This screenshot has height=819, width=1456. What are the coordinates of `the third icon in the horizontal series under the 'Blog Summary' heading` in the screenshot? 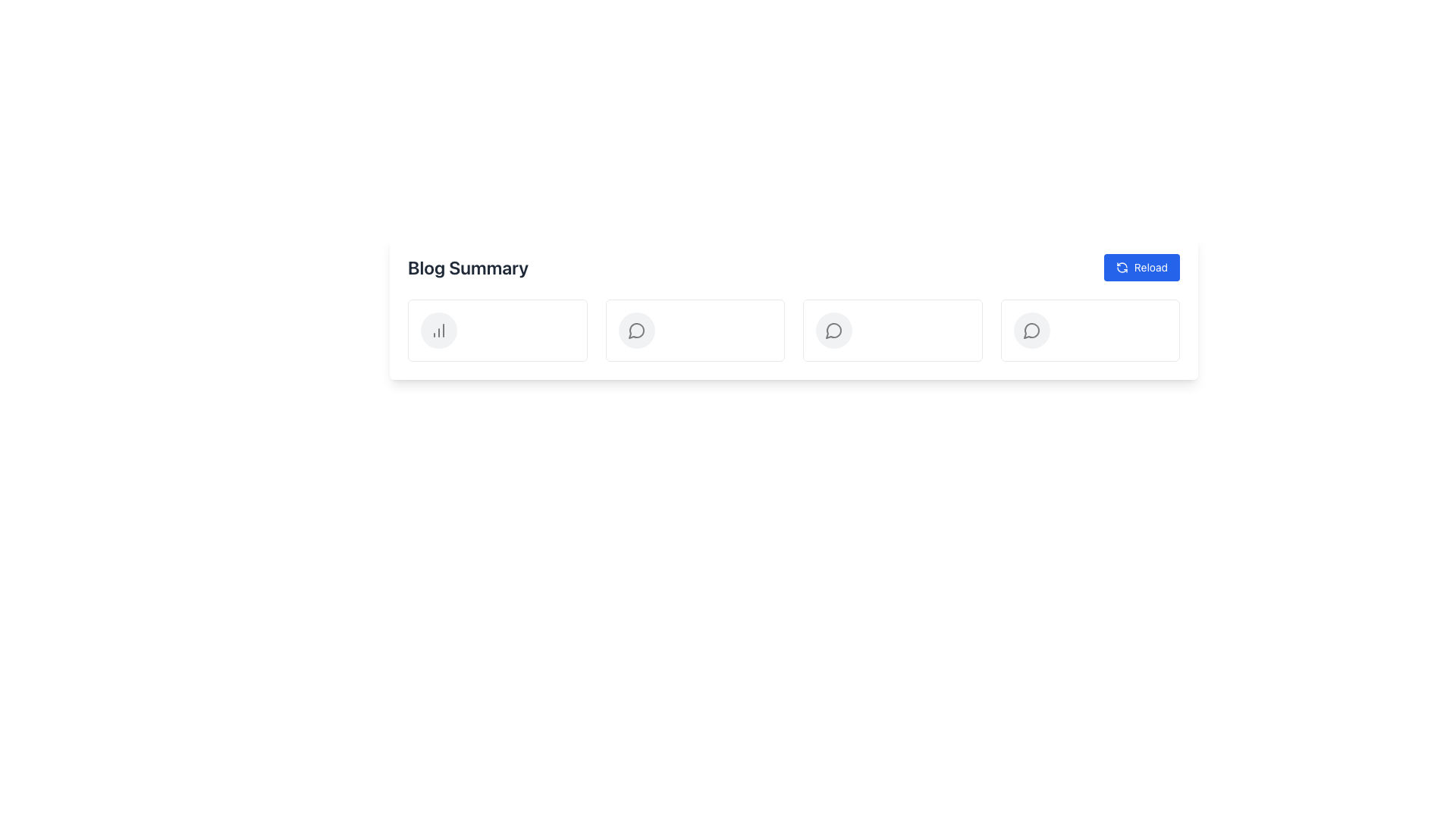 It's located at (1031, 330).